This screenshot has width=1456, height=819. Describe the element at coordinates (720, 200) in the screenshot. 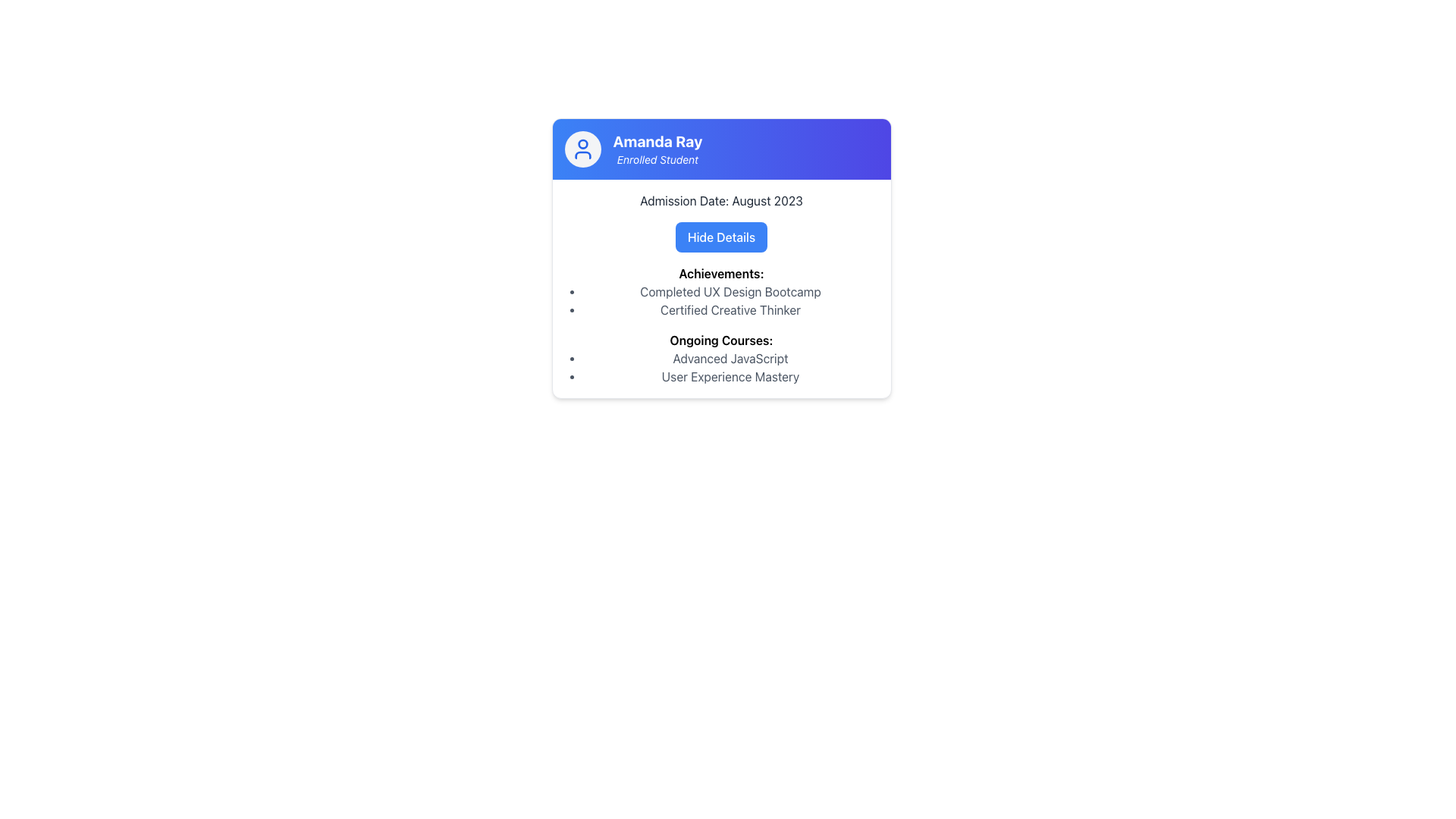

I see `the Static Text displaying the admission date, which is centrally aligned at the top-middle section of the card layout, above the 'Hide Details' button` at that location.